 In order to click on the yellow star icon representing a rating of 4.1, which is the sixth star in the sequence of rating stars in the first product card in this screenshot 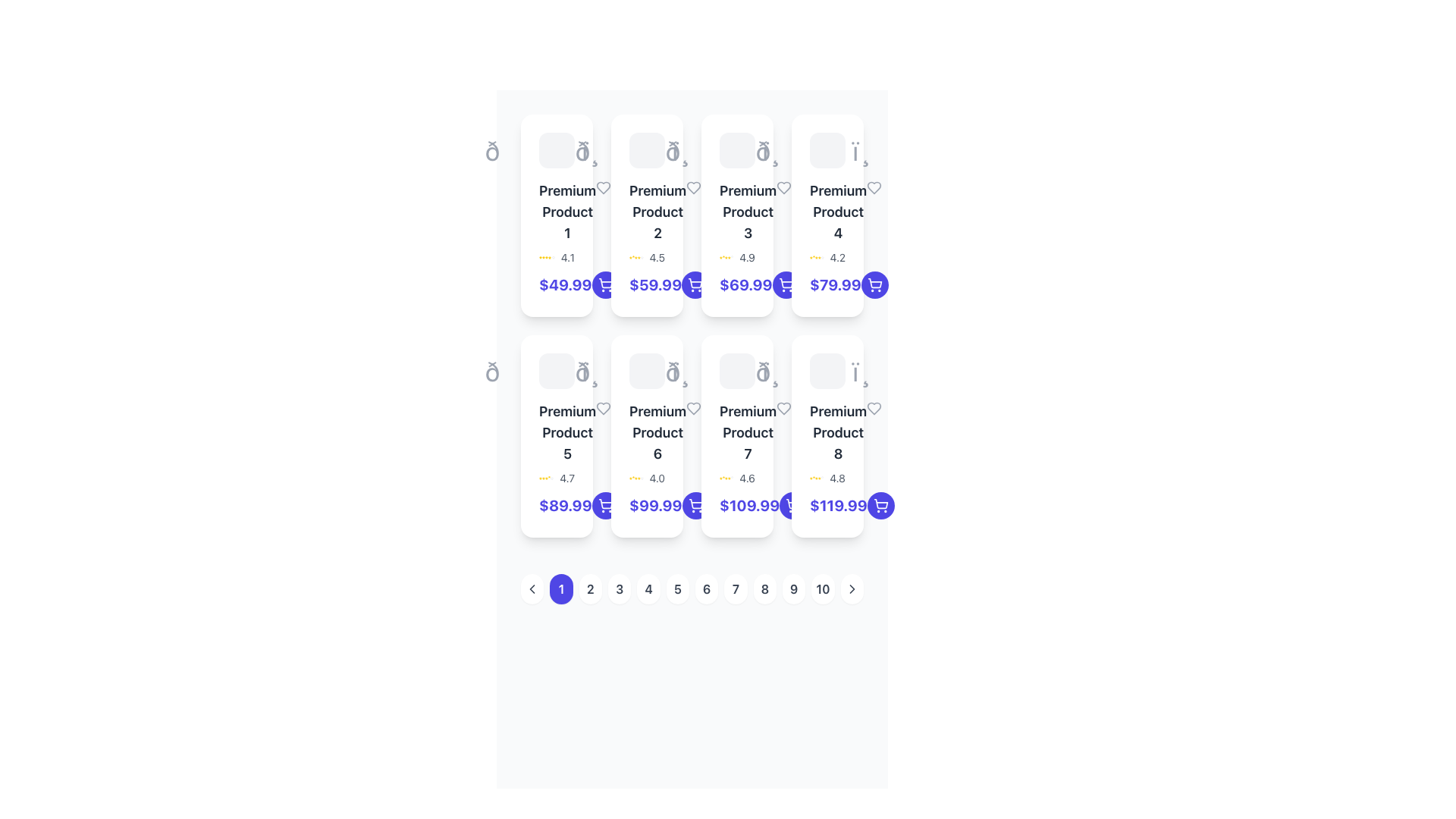, I will do `click(549, 256)`.